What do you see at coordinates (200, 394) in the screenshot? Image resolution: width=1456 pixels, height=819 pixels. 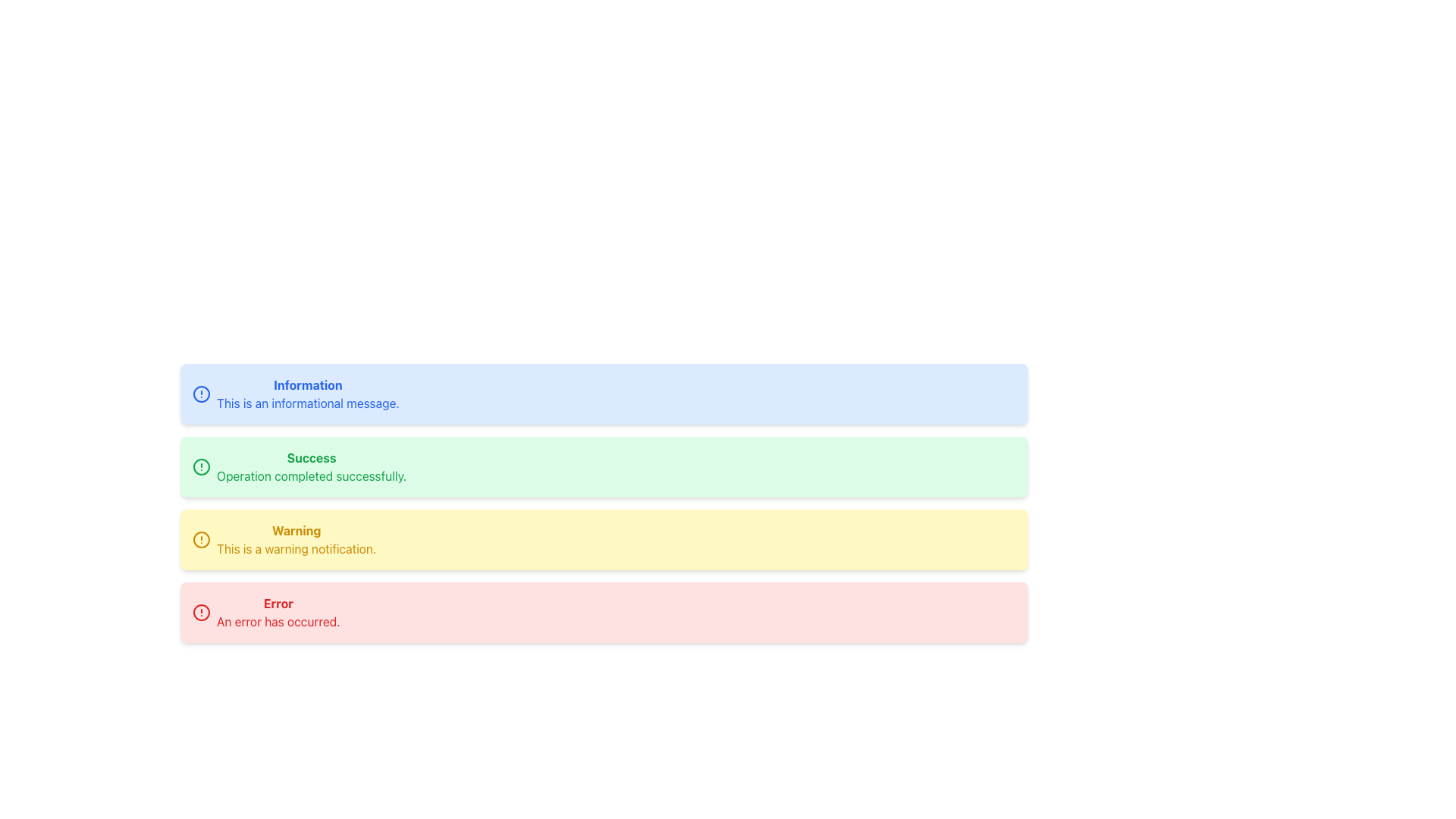 I see `the small circle with a blue border located within the 'Information' notification icon` at bounding box center [200, 394].